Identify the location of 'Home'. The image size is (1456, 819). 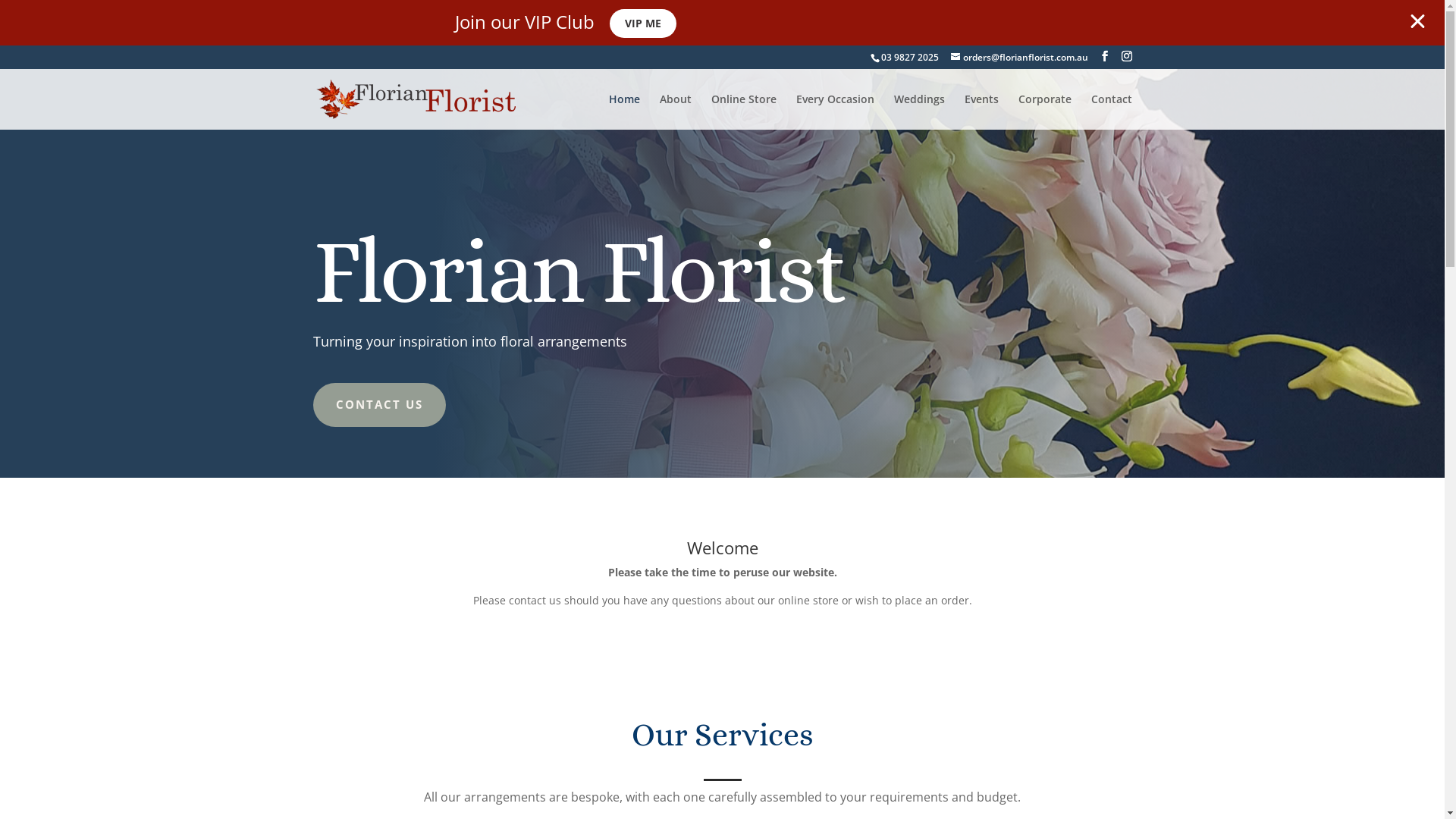
(623, 111).